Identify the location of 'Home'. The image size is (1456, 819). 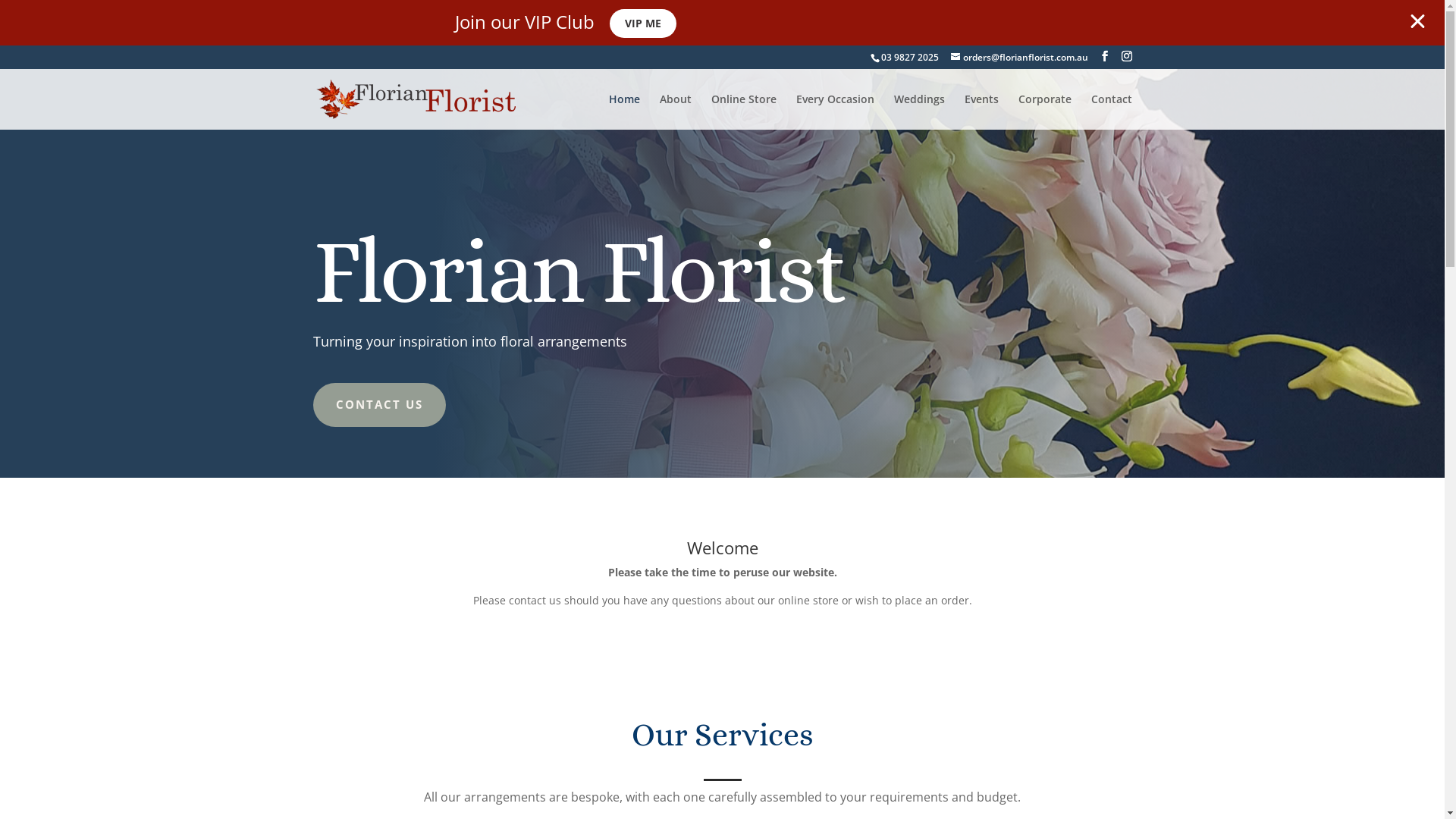
(623, 111).